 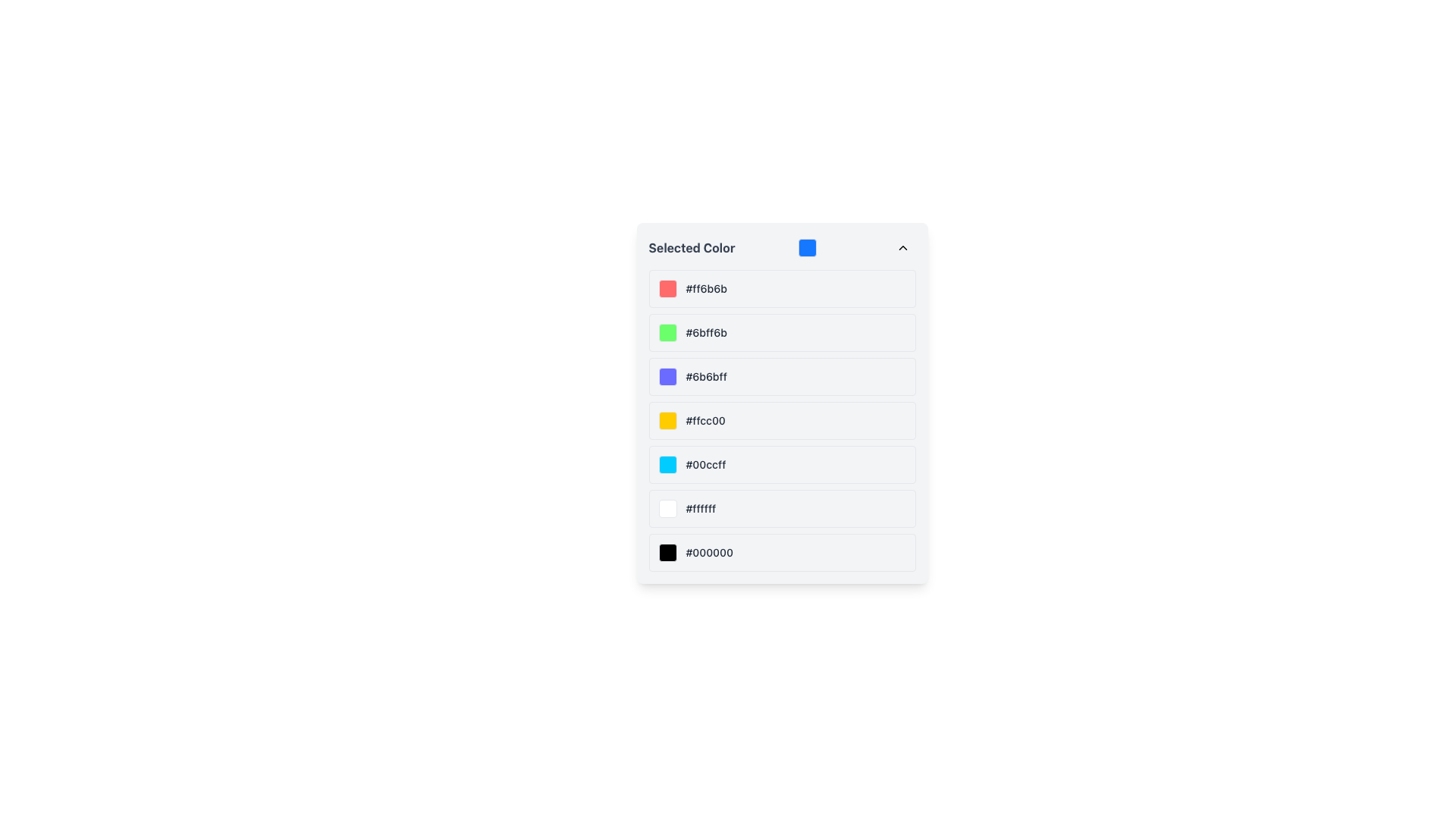 What do you see at coordinates (782, 509) in the screenshot?
I see `the selectable color option representing white (#ffffff) in the sixth position of the 'Selected Color' list` at bounding box center [782, 509].